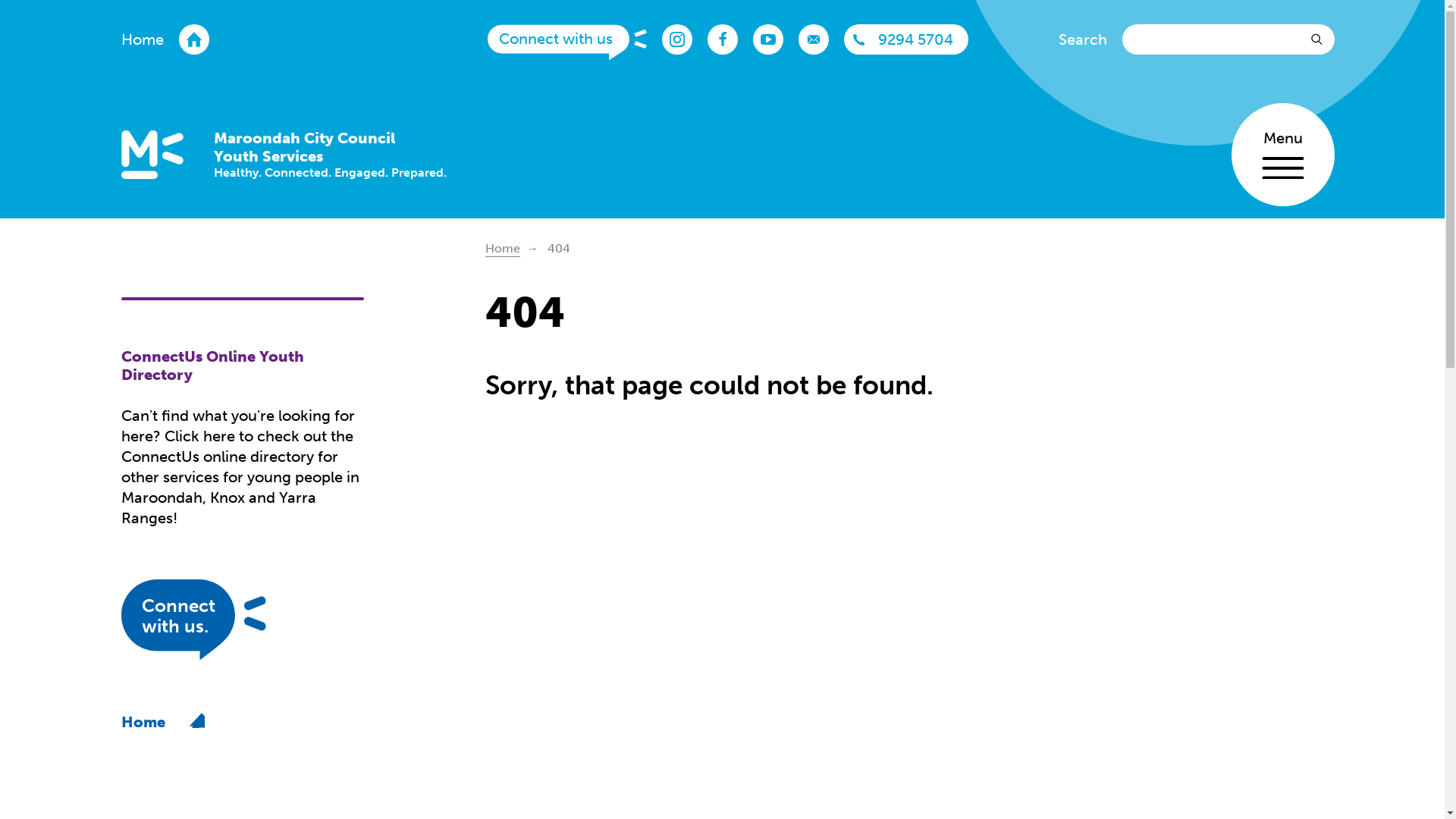 The width and height of the screenshot is (1456, 819). What do you see at coordinates (906, 38) in the screenshot?
I see `'   9294 5704  '` at bounding box center [906, 38].